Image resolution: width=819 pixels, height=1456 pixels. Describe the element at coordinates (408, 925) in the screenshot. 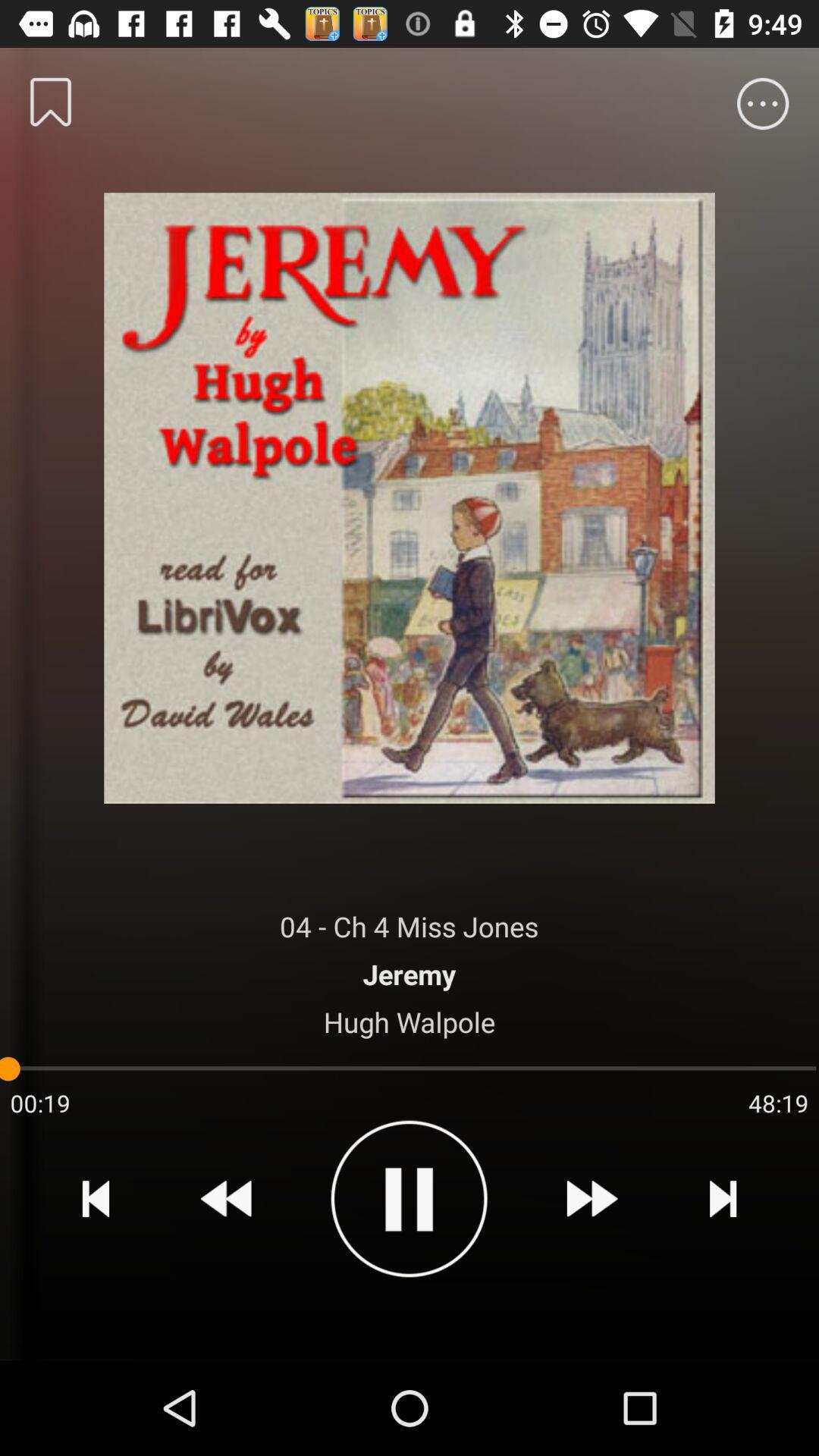

I see `item above jeremy icon` at that location.